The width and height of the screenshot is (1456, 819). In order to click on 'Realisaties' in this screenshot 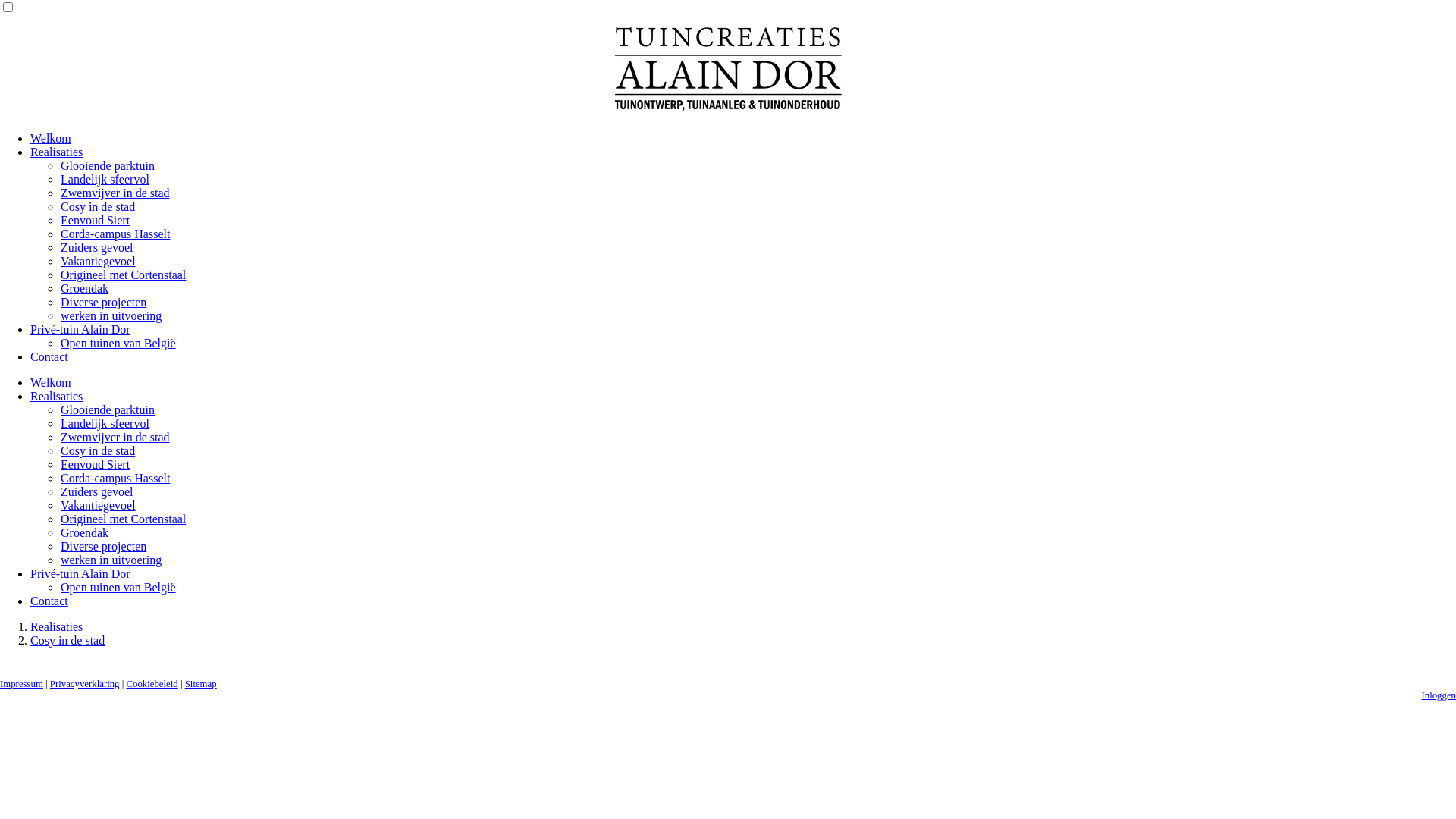, I will do `click(30, 152)`.